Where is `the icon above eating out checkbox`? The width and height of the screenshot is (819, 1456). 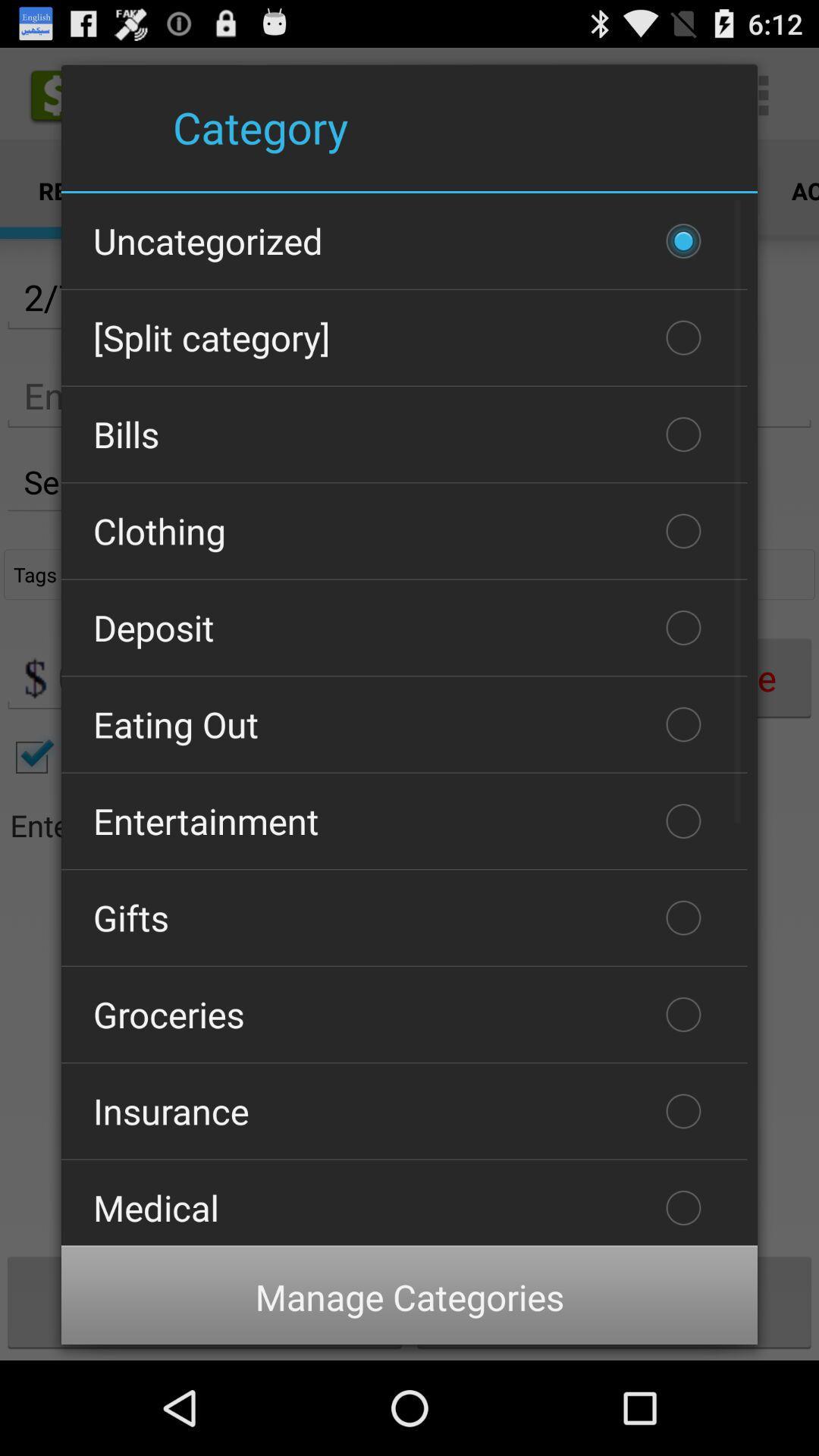 the icon above eating out checkbox is located at coordinates (403, 628).